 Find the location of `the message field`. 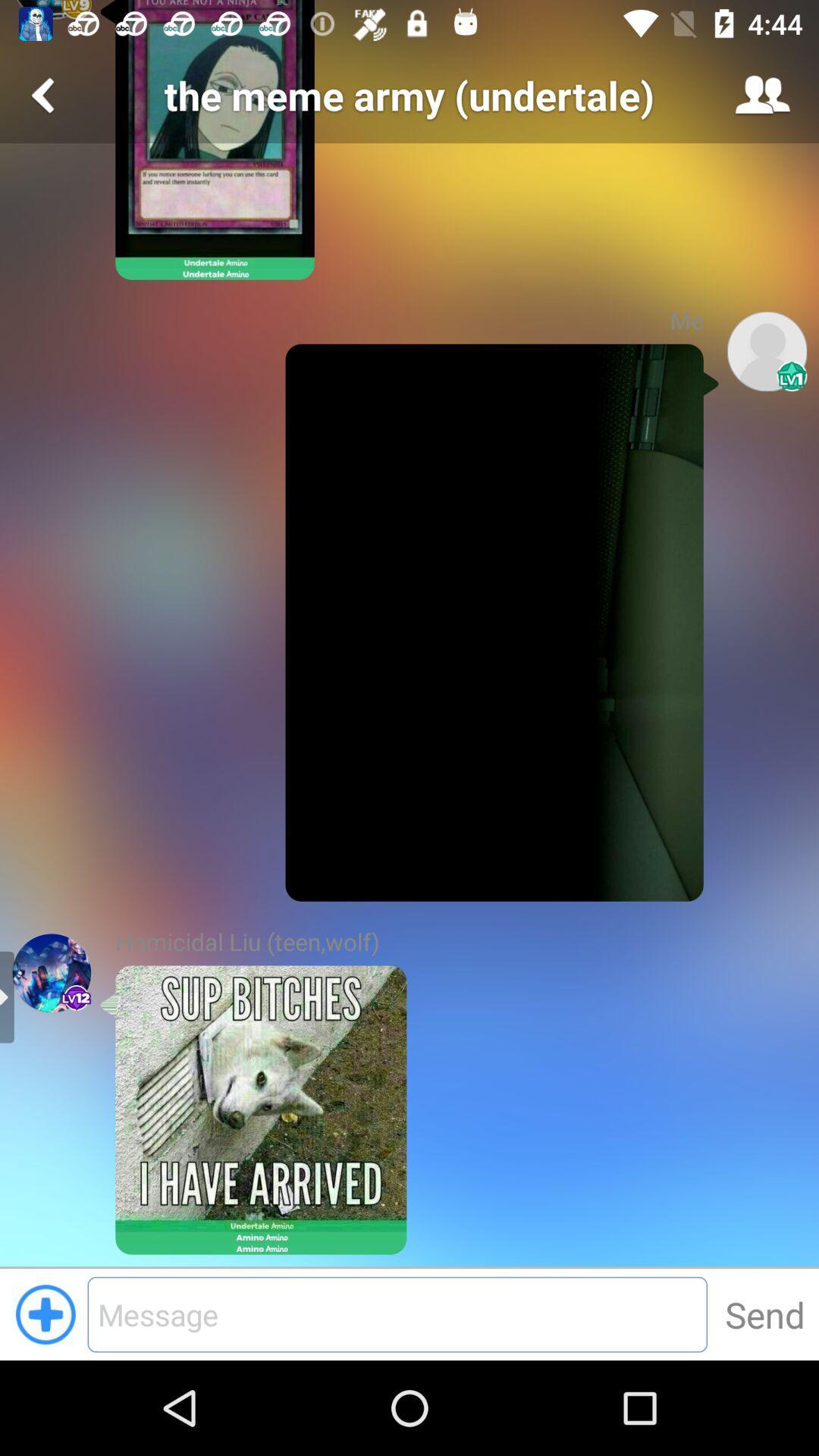

the message field is located at coordinates (397, 1313).